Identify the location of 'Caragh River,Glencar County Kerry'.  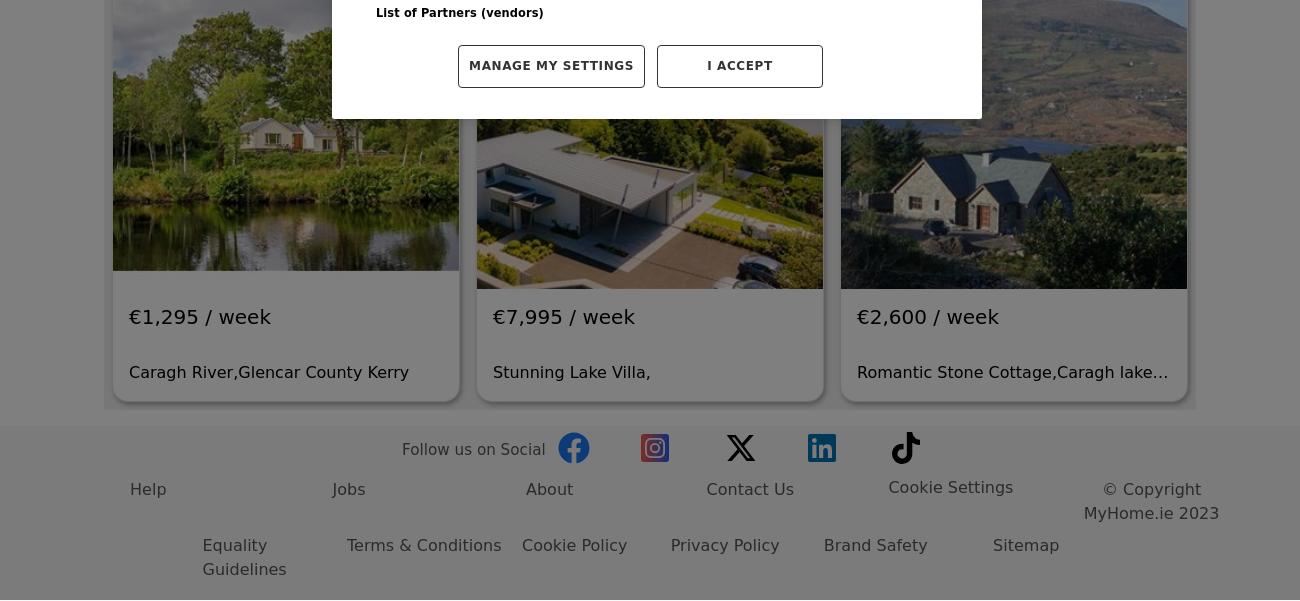
(267, 171).